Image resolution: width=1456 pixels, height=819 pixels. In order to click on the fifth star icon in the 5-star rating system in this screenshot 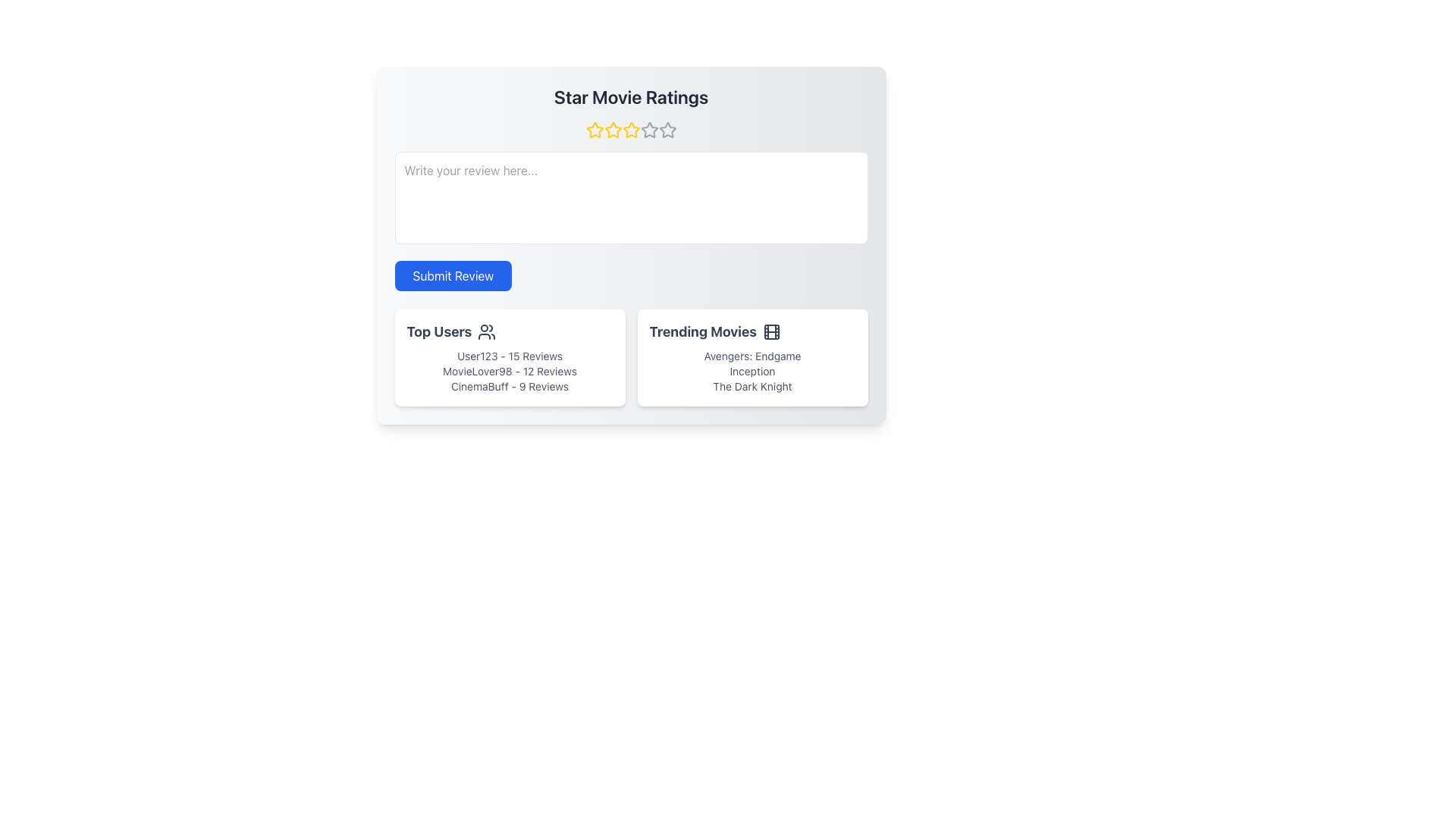, I will do `click(667, 129)`.